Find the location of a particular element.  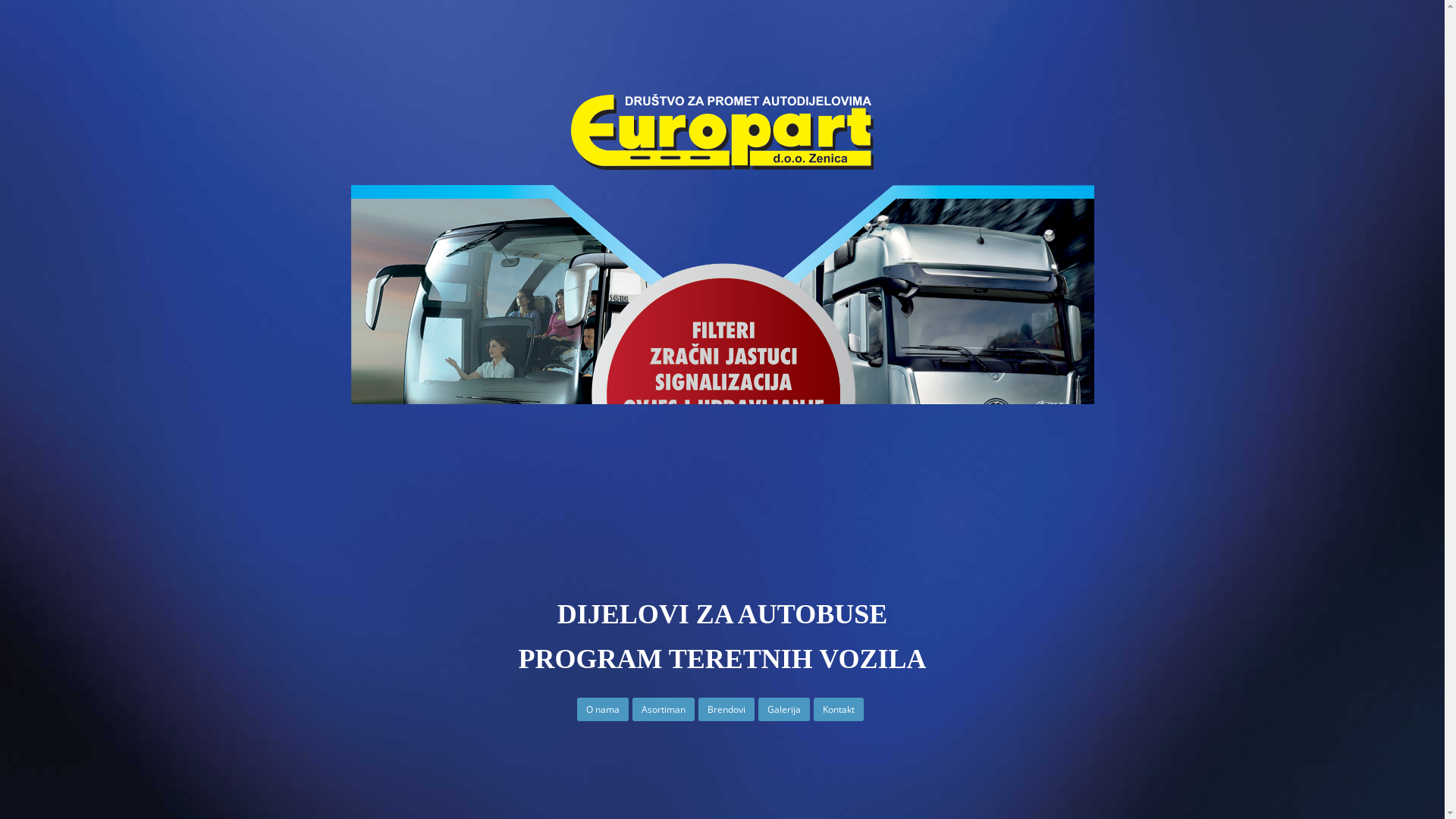

'Galerija' is located at coordinates (783, 710).